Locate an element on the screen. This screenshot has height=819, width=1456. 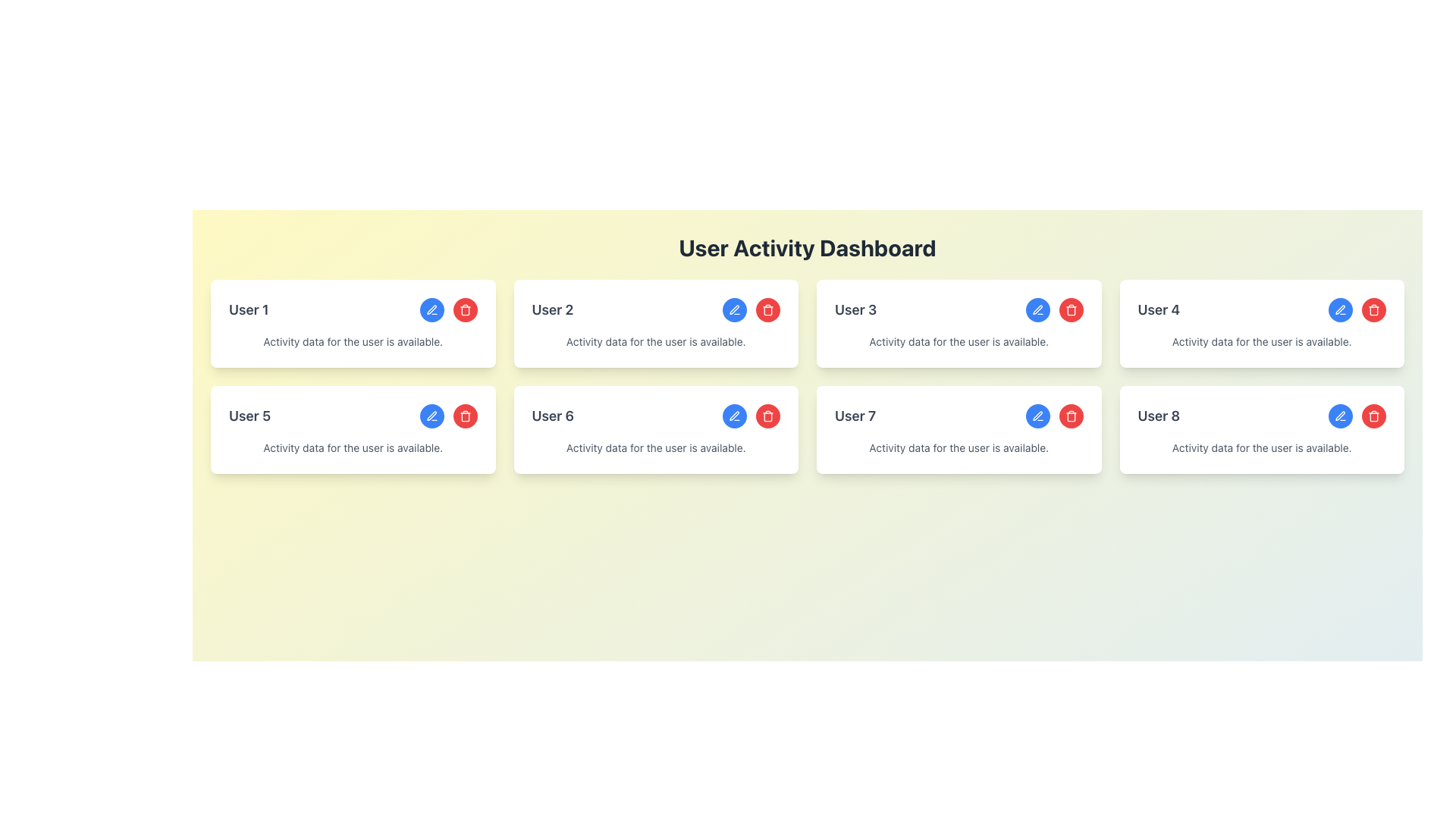
the first button with a pen icon, located to the right of the card labeled 'User 1' in the 'User Activity Dashboard' grid layout is located at coordinates (431, 309).